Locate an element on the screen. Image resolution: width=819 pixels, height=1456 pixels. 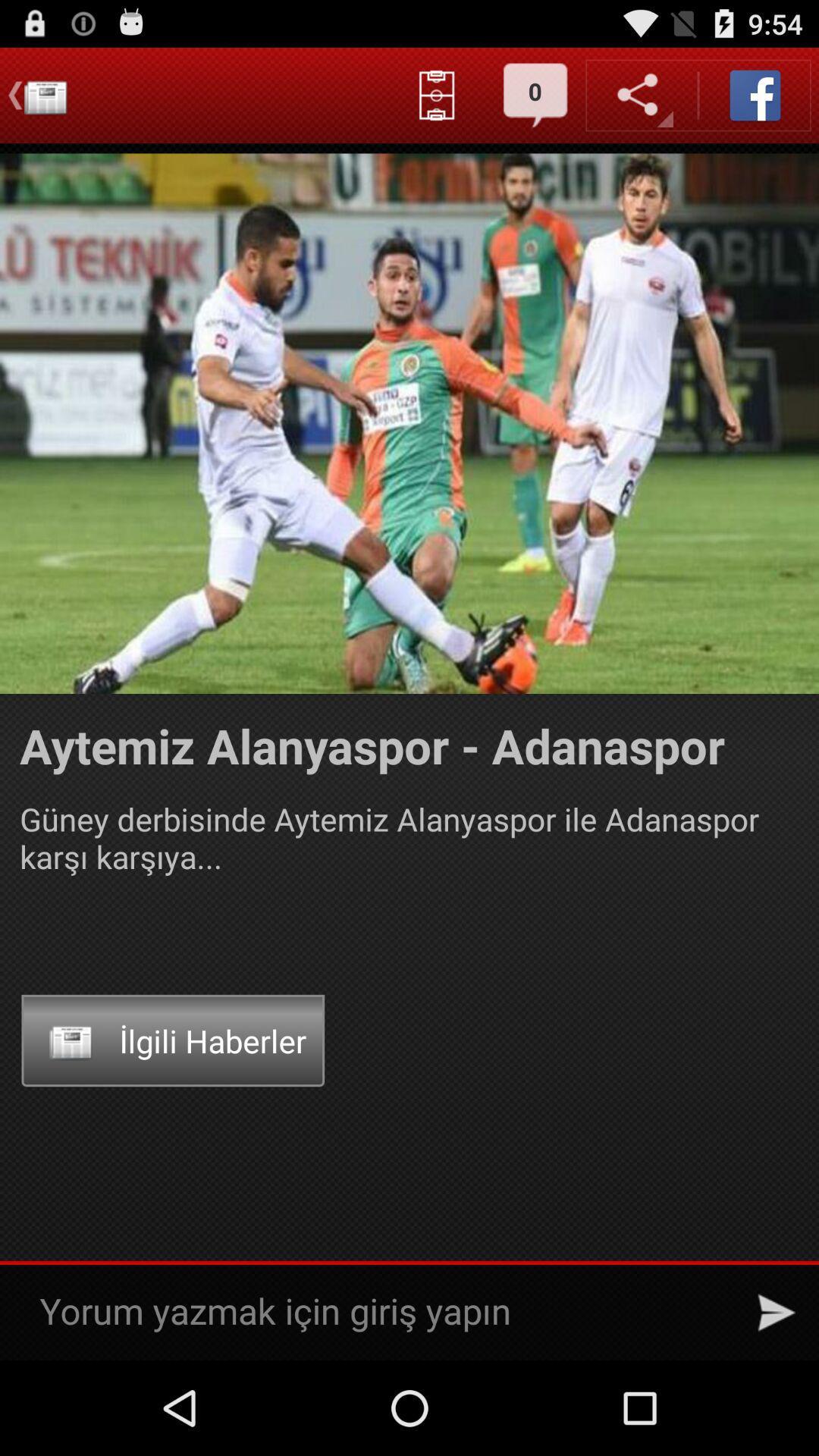
the icon at the bottom right corner is located at coordinates (777, 1312).